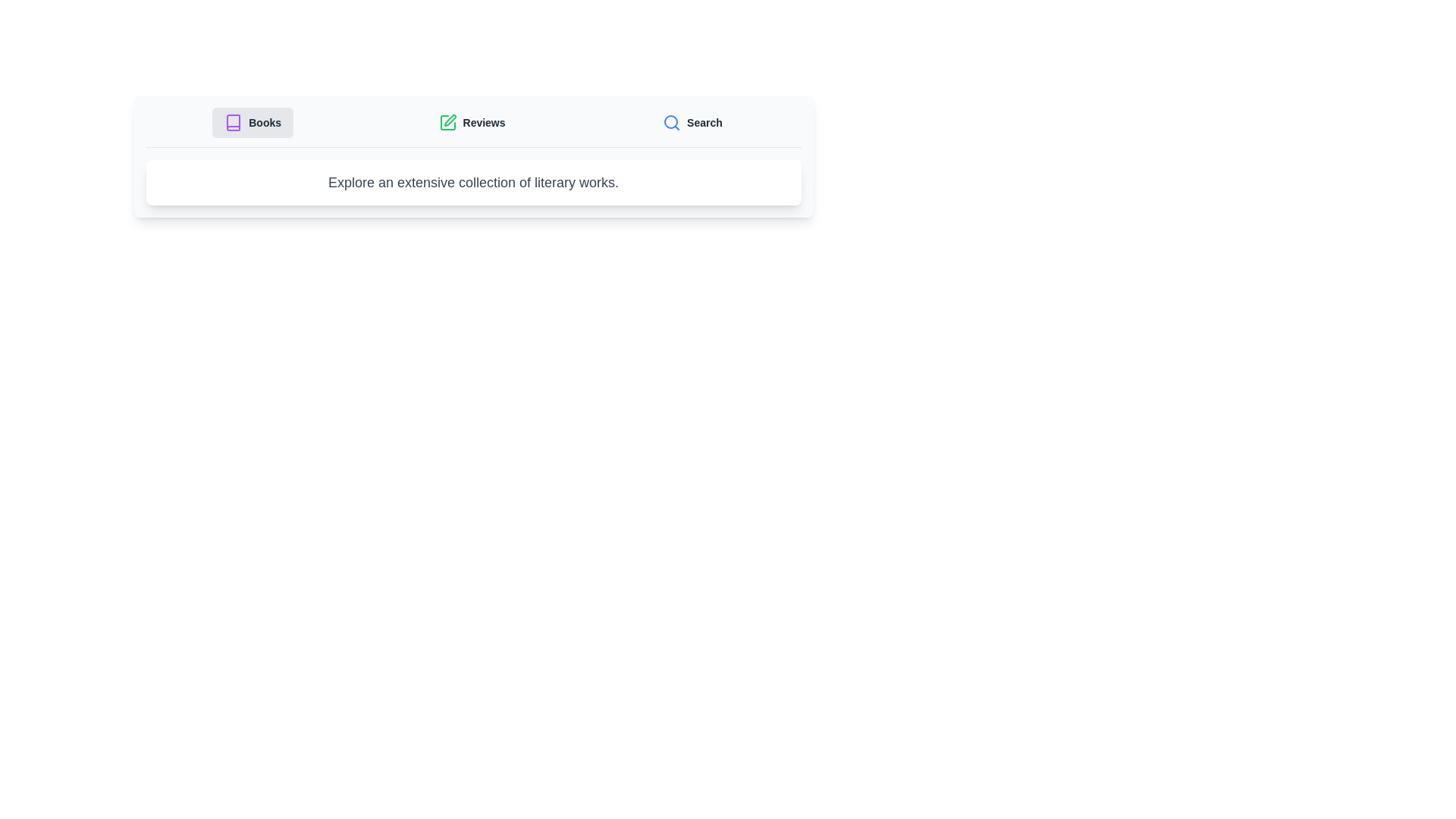 The image size is (1456, 819). What do you see at coordinates (252, 122) in the screenshot?
I see `the tab labeled Books to observe its hover effect` at bounding box center [252, 122].